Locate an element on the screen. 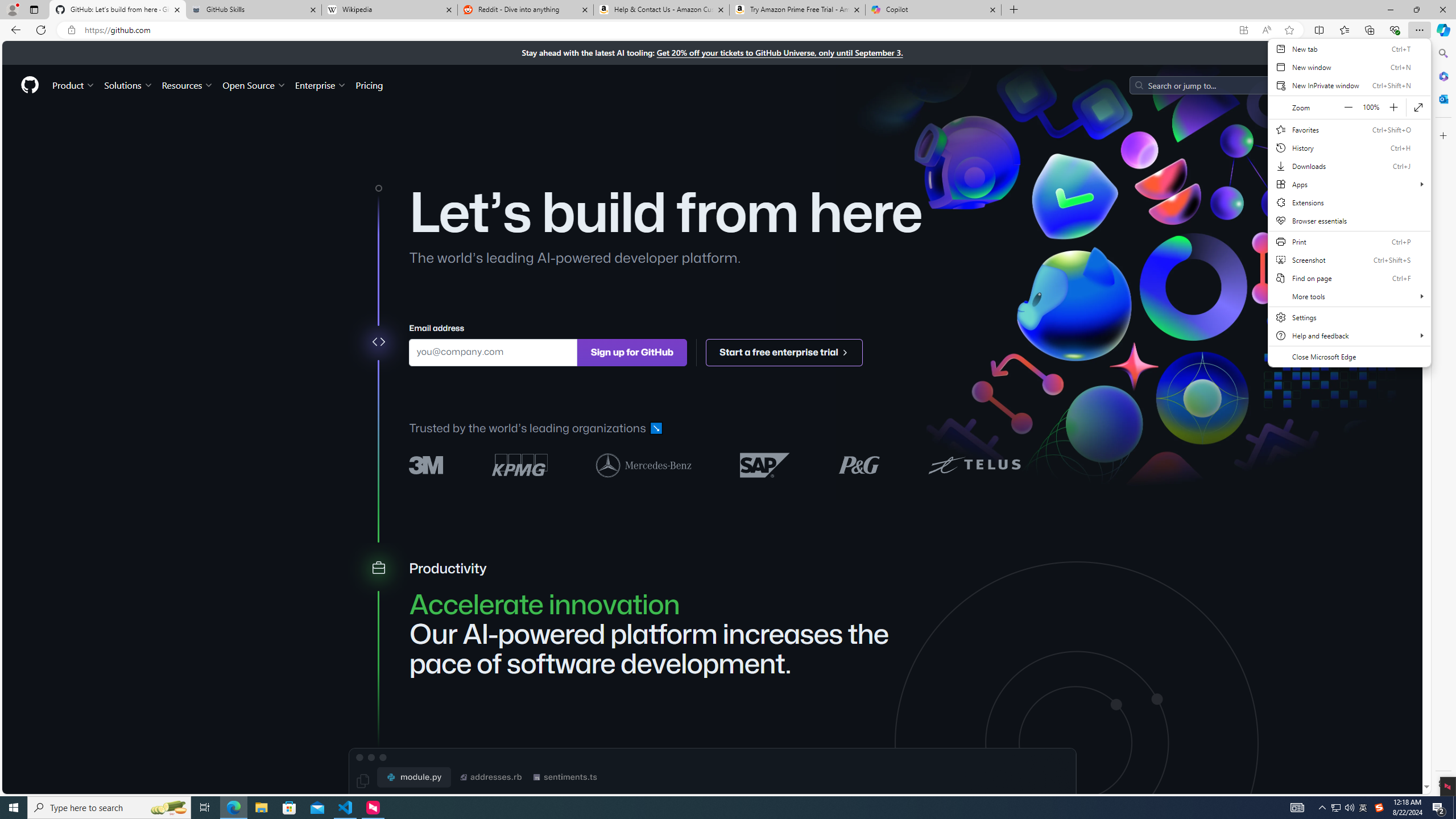 This screenshot has height=819, width=1456. 'Help & Contact Us - Amazon Customer Service' is located at coordinates (660, 9).